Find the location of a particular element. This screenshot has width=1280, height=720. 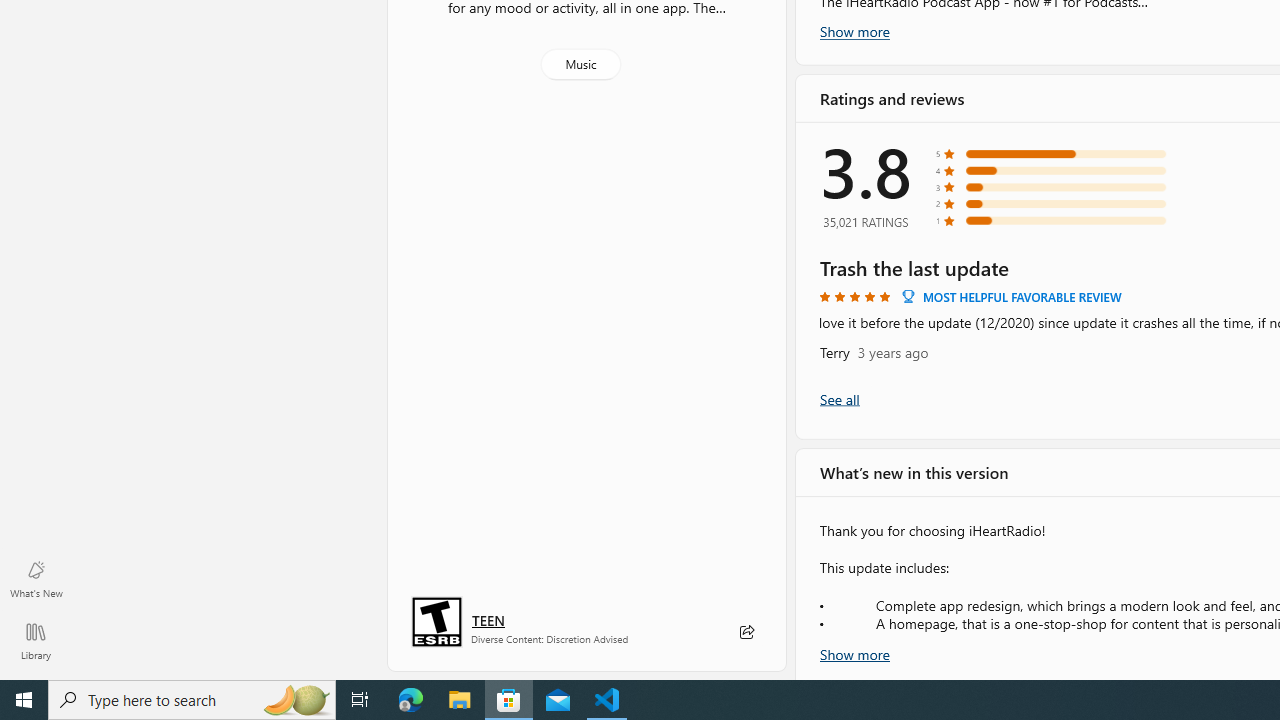

'Show more' is located at coordinates (855, 652).